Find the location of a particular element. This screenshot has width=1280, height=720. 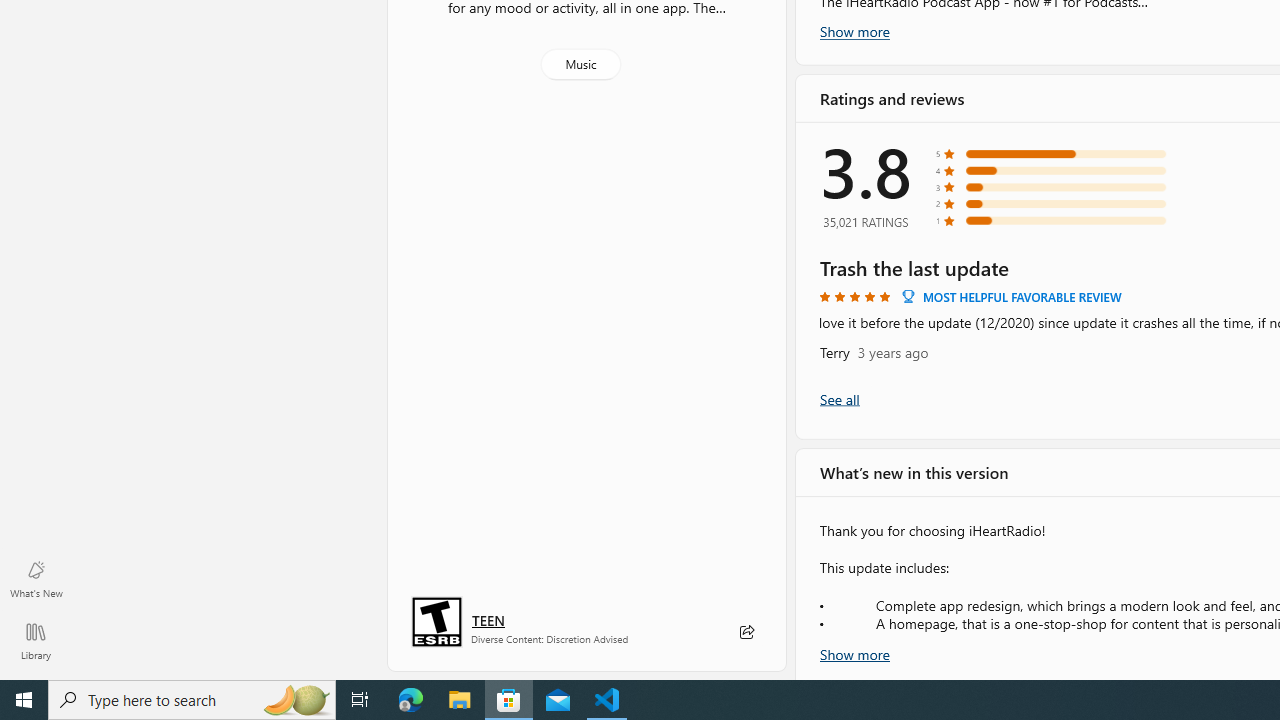

'Show more' is located at coordinates (855, 652).